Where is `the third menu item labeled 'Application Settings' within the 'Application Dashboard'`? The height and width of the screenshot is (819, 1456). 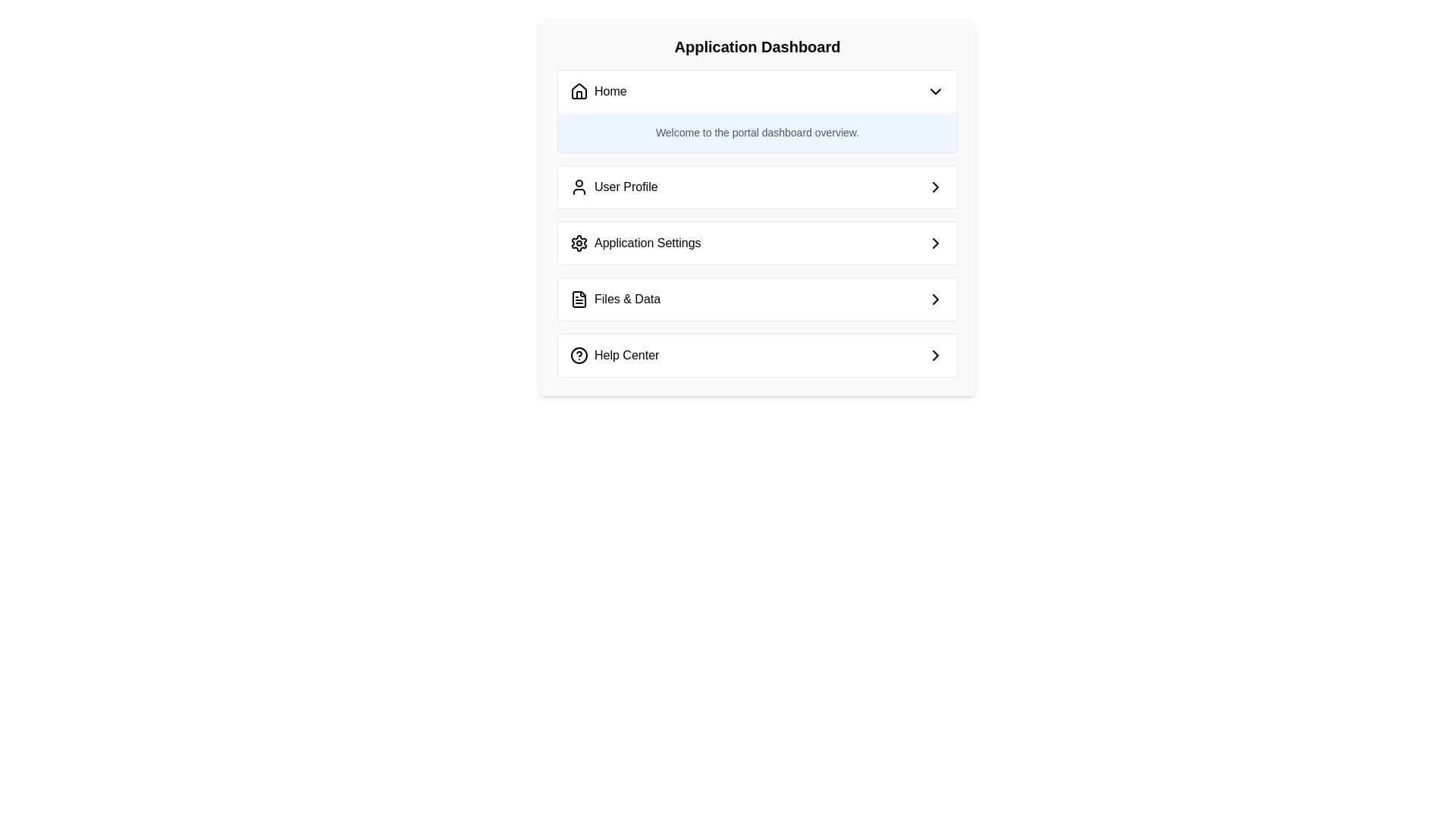 the third menu item labeled 'Application Settings' within the 'Application Dashboard' is located at coordinates (757, 223).